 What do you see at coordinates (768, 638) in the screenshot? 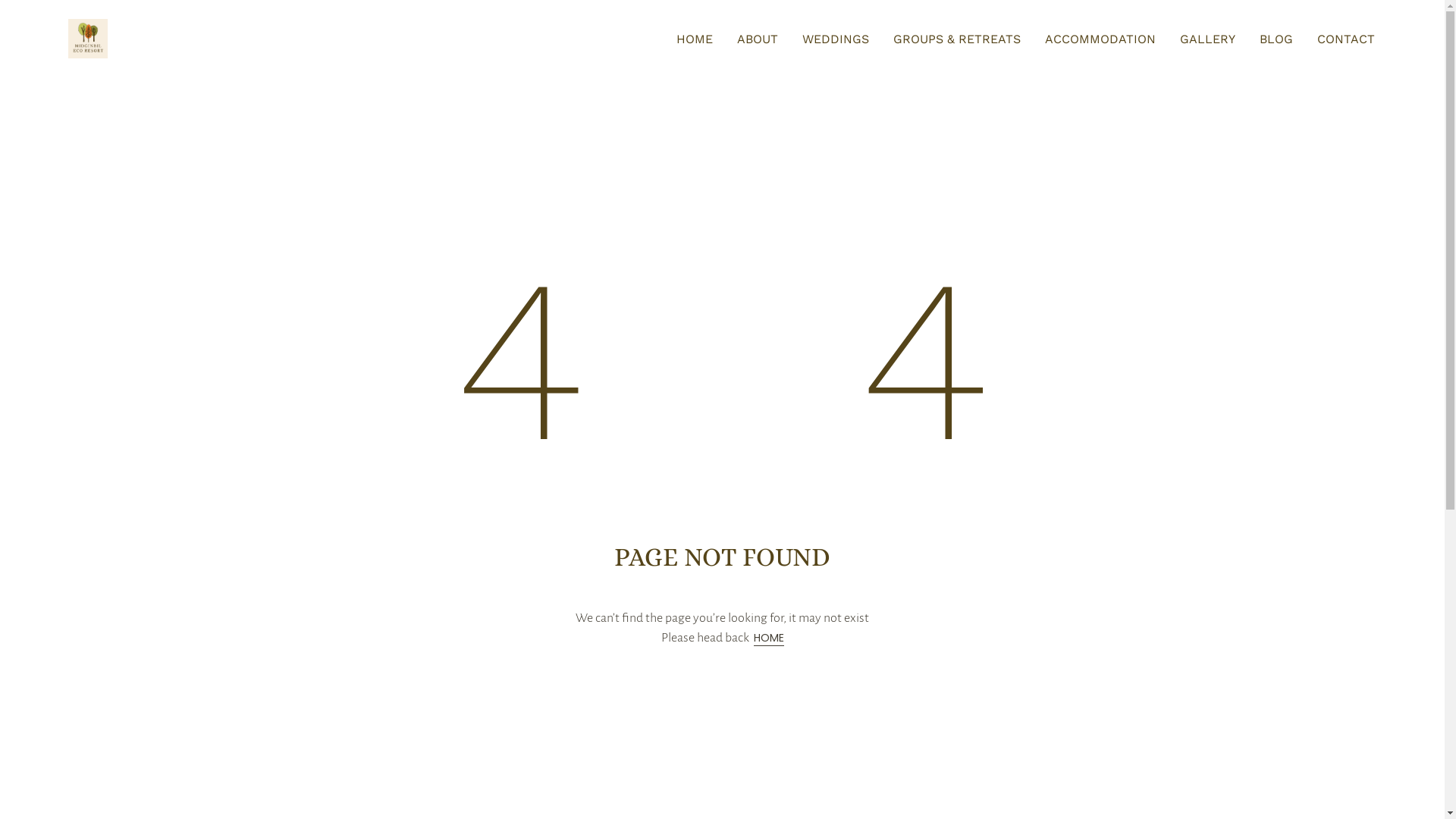
I see `'HOME'` at bounding box center [768, 638].